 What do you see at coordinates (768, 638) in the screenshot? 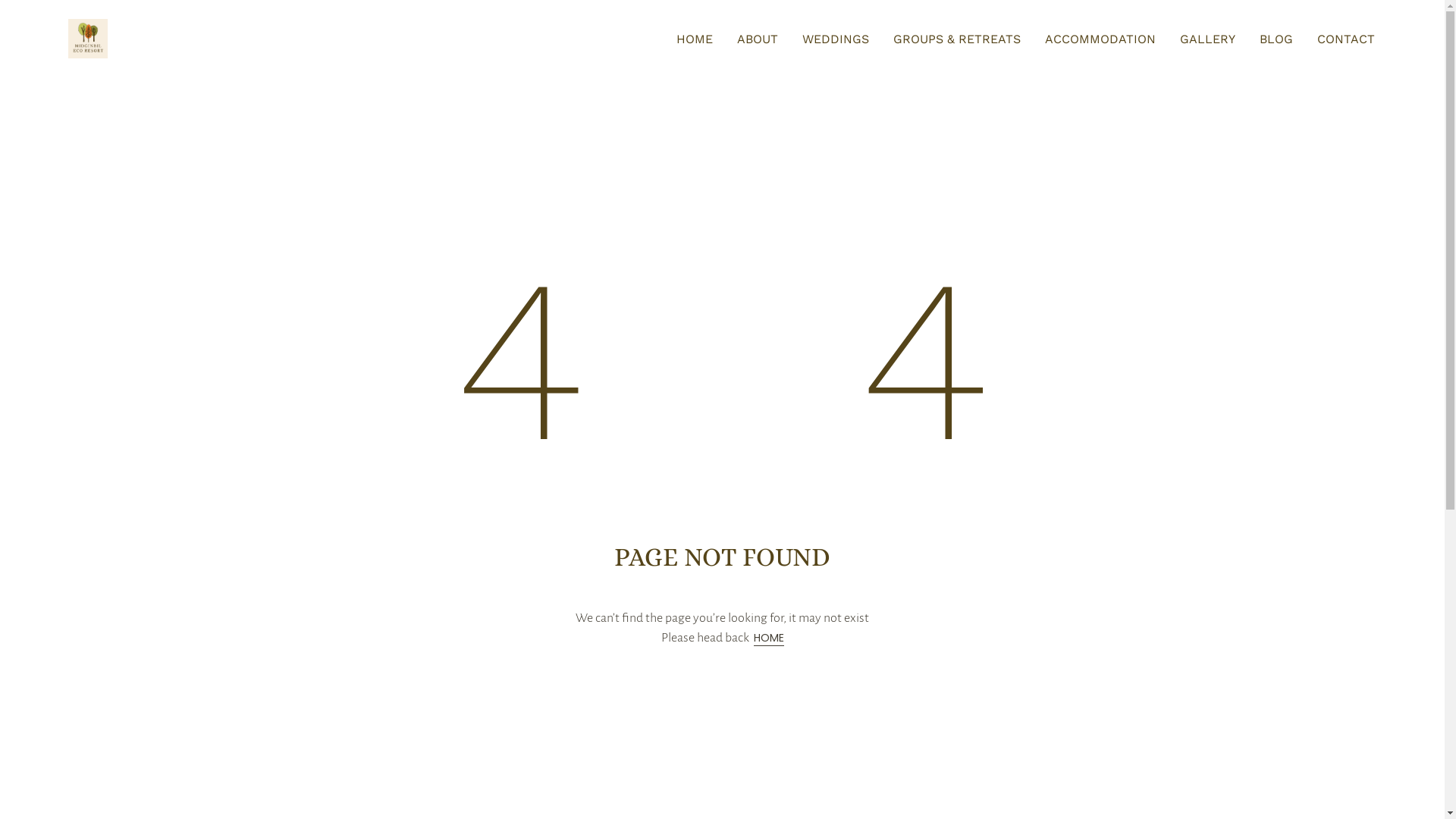
I see `'HOME'` at bounding box center [768, 638].